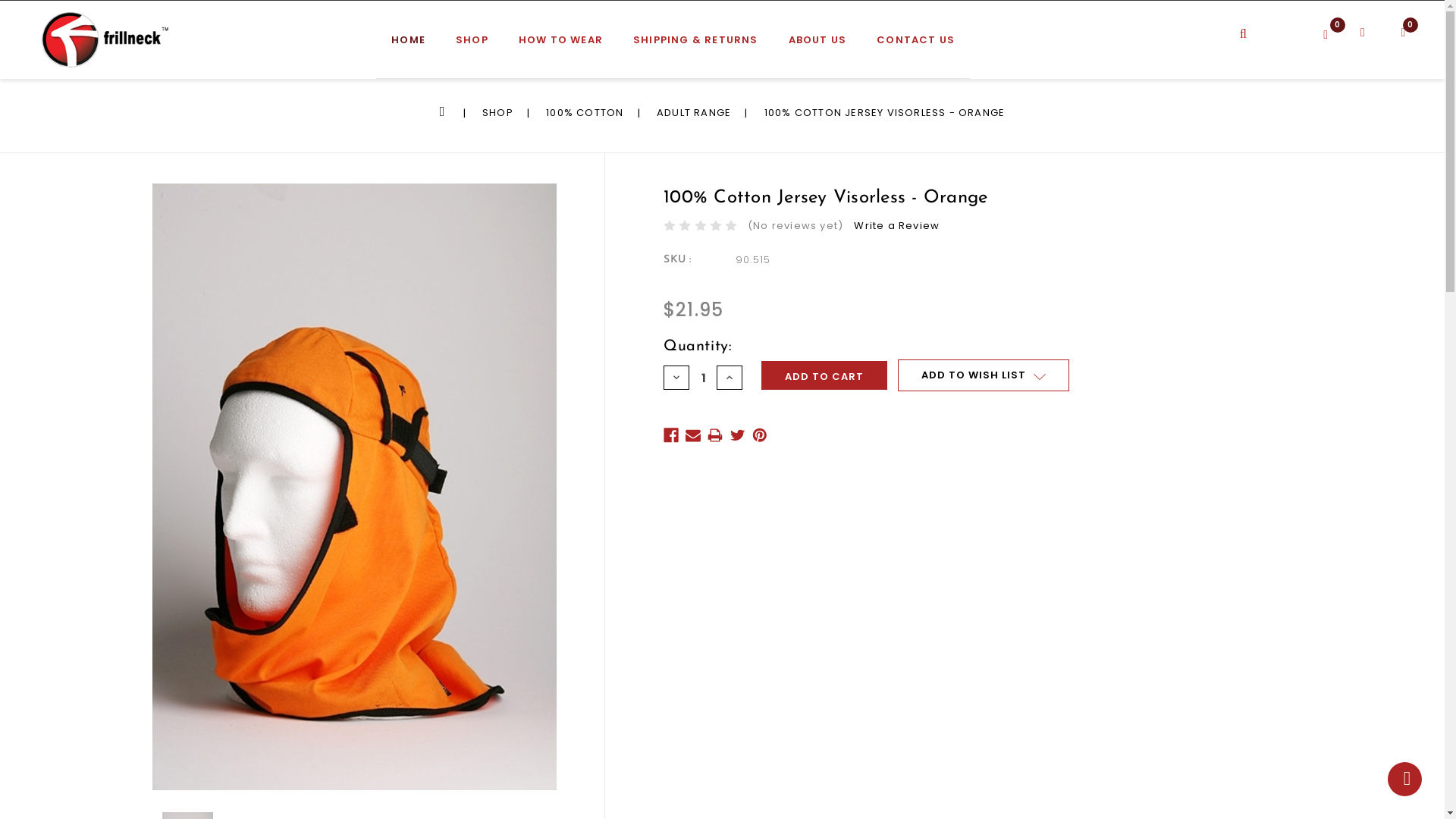 The image size is (1456, 819). What do you see at coordinates (408, 45) in the screenshot?
I see `'HOME'` at bounding box center [408, 45].